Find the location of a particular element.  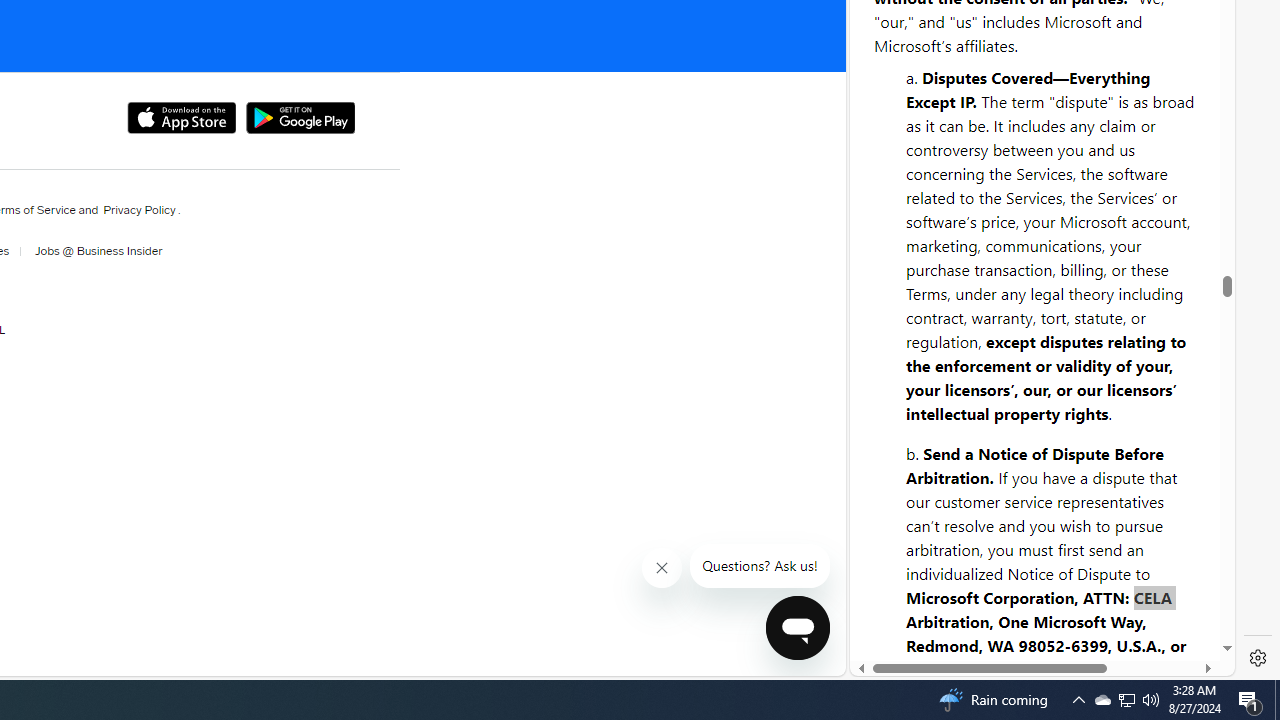

'Privacy Policy' is located at coordinates (138, 209).